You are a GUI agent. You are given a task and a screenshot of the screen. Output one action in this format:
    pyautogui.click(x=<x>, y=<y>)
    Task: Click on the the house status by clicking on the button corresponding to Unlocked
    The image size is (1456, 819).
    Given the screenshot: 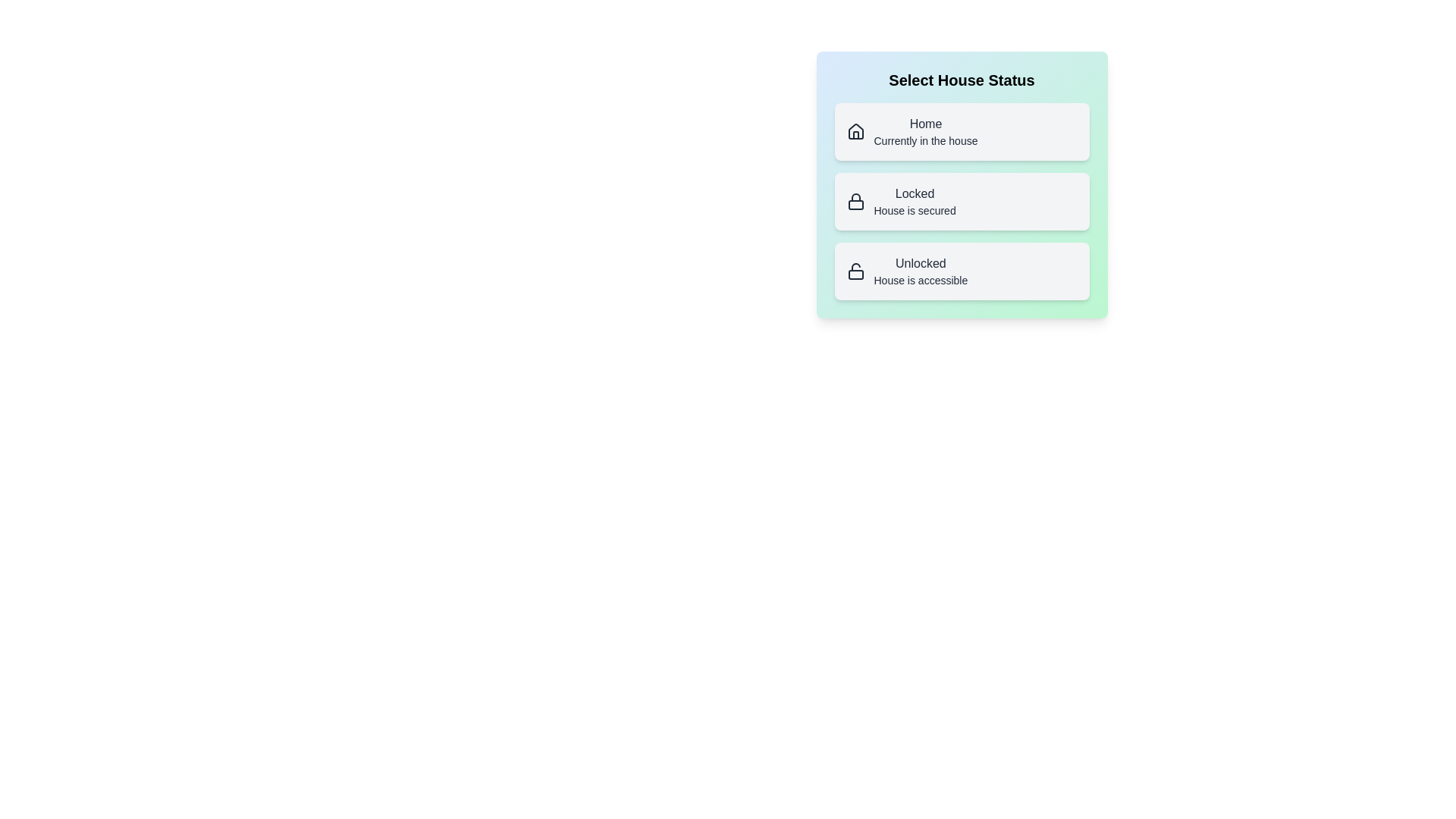 What is the action you would take?
    pyautogui.click(x=961, y=271)
    